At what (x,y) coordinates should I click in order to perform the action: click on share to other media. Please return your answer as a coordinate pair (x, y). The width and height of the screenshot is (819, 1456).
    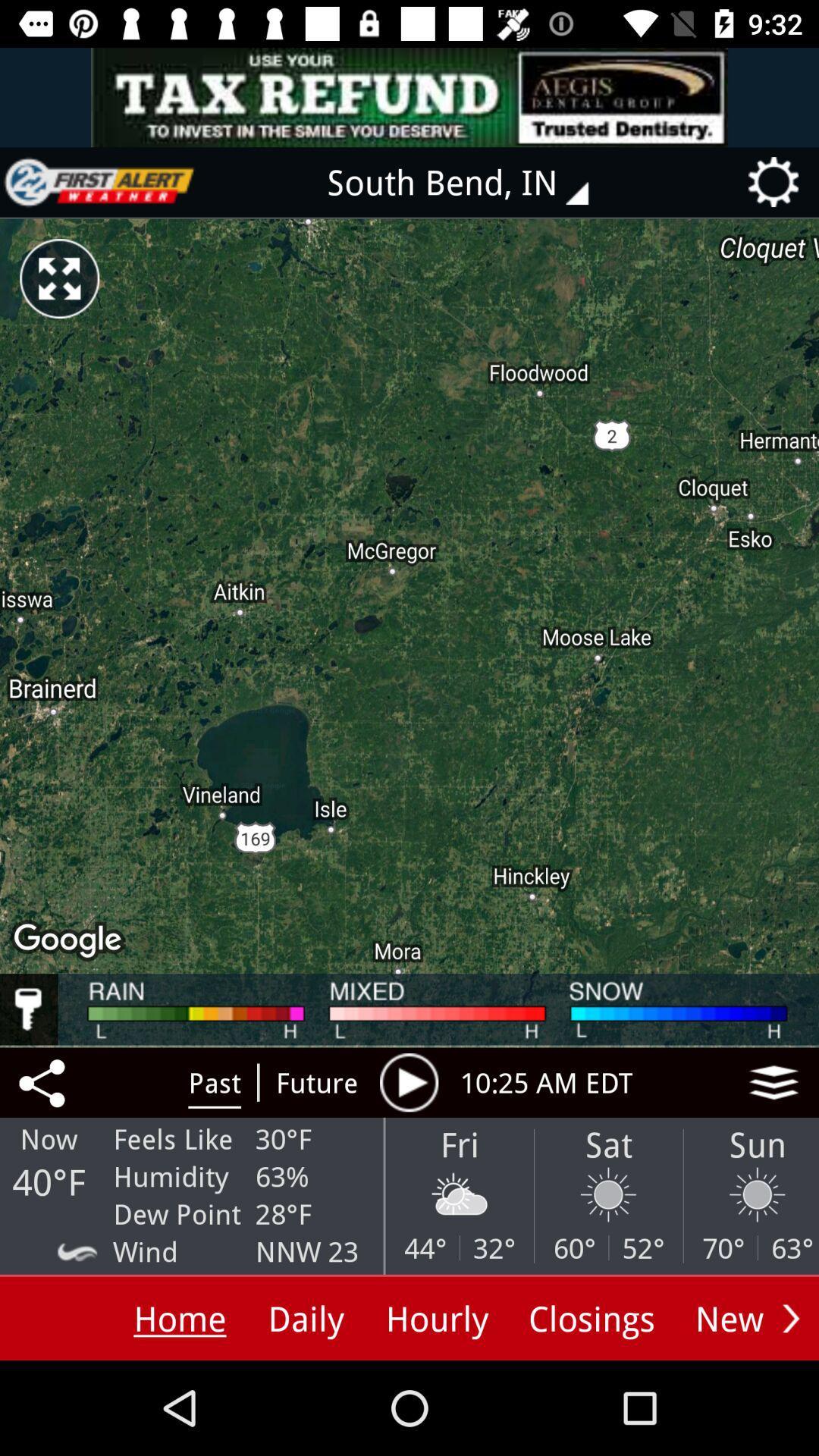
    Looking at the image, I should click on (44, 1081).